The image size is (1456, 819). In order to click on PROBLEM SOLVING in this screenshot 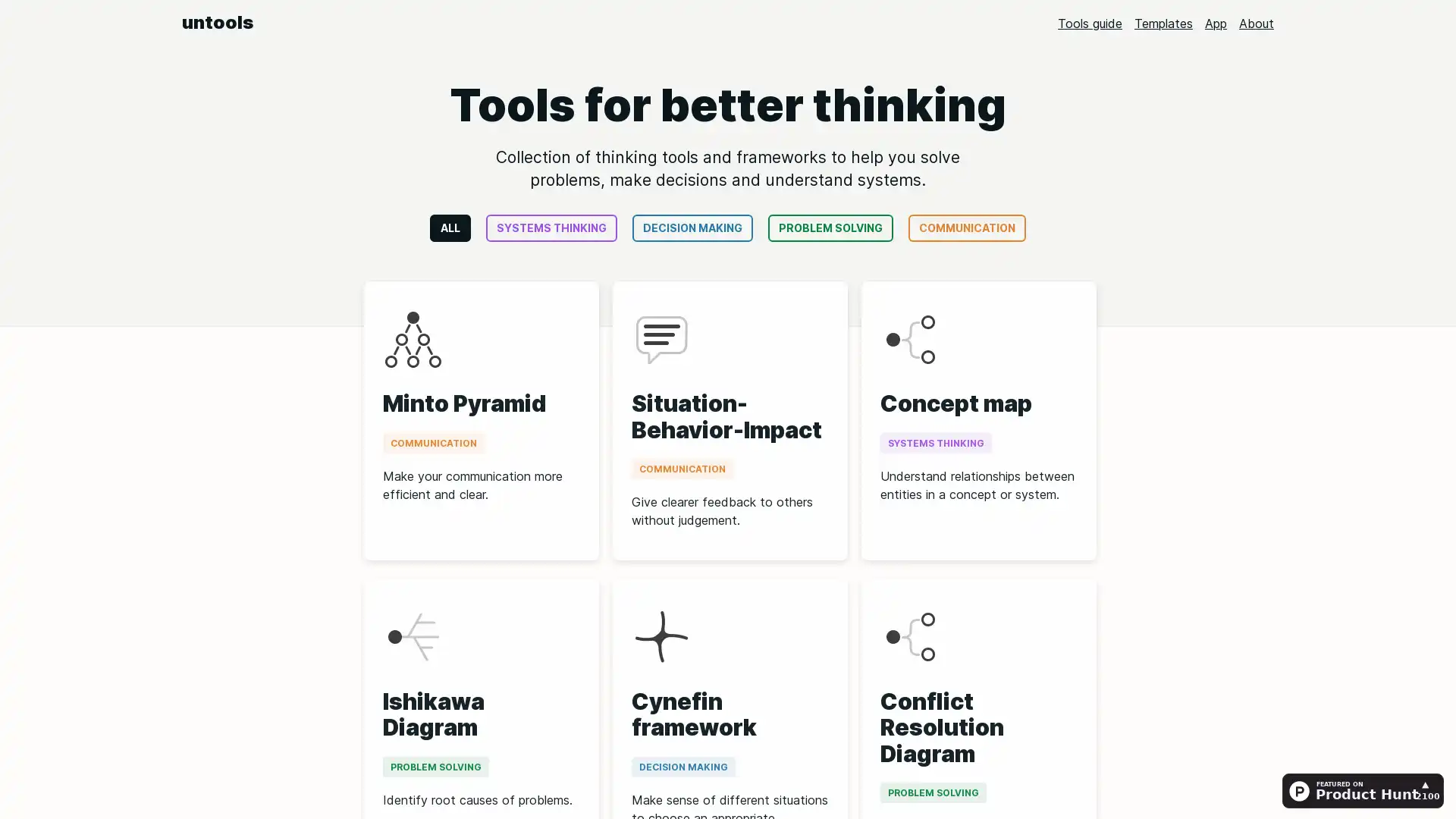, I will do `click(830, 227)`.